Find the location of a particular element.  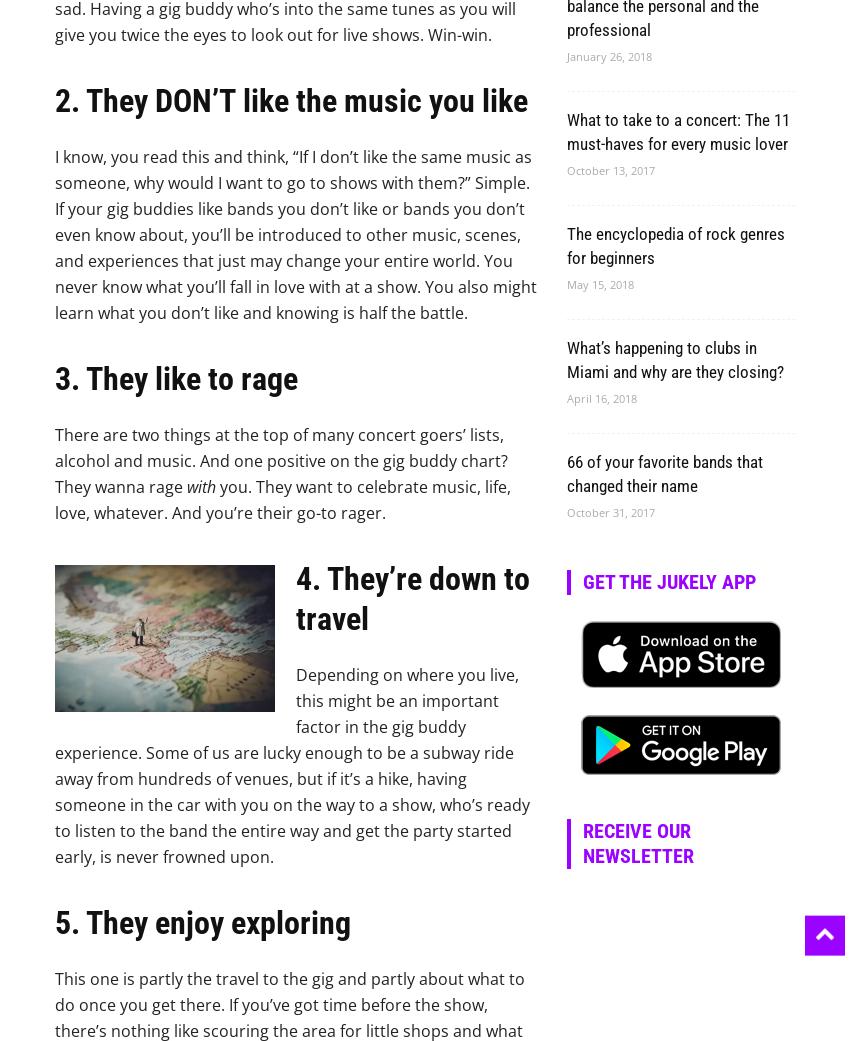

'4. They’re down to travel' is located at coordinates (413, 598).